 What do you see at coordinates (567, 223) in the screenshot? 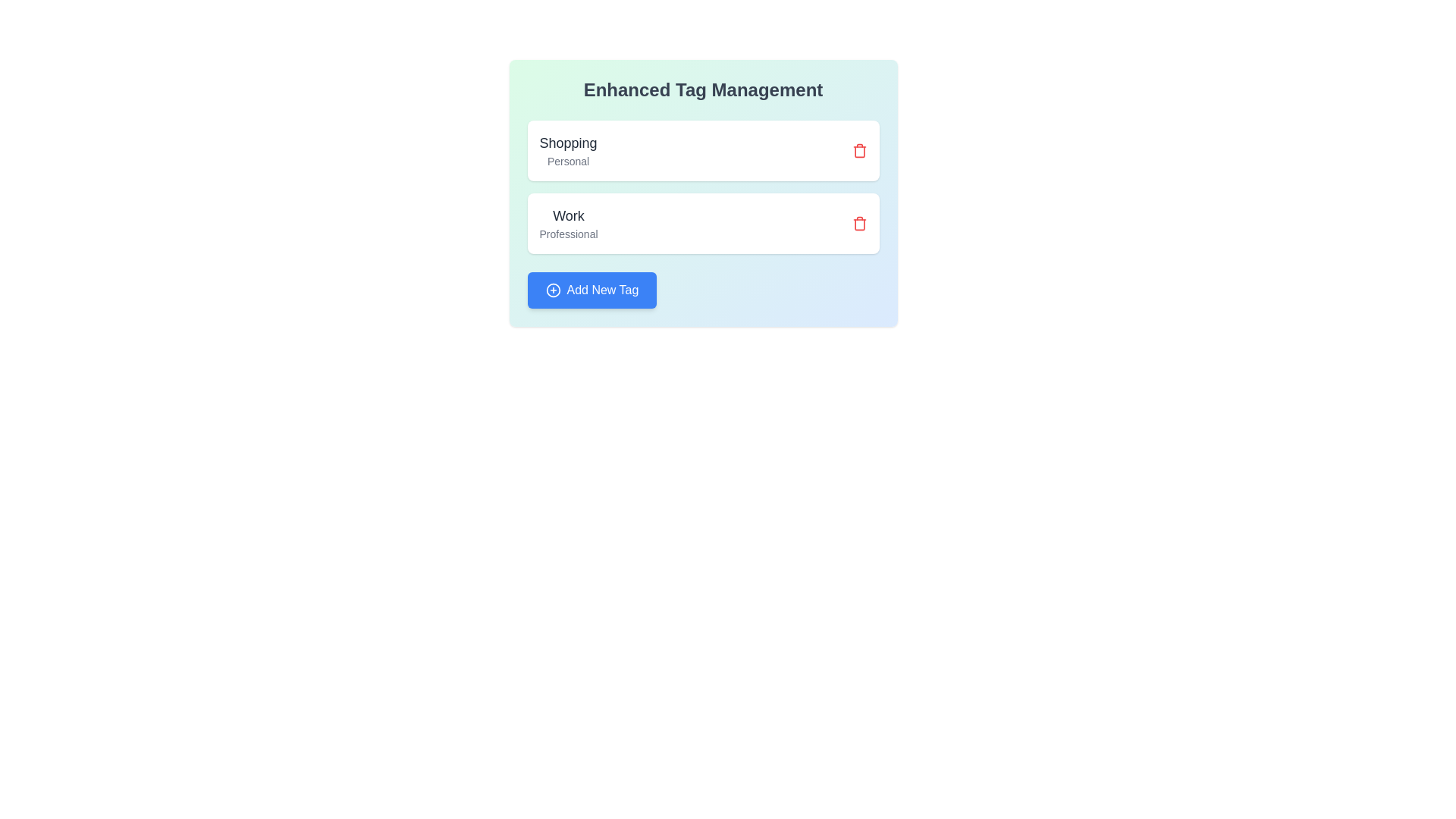
I see `the 'Work' text label which is part of a tagging system, located between 'Shopping Personal' and 'Add New Tag'` at bounding box center [567, 223].